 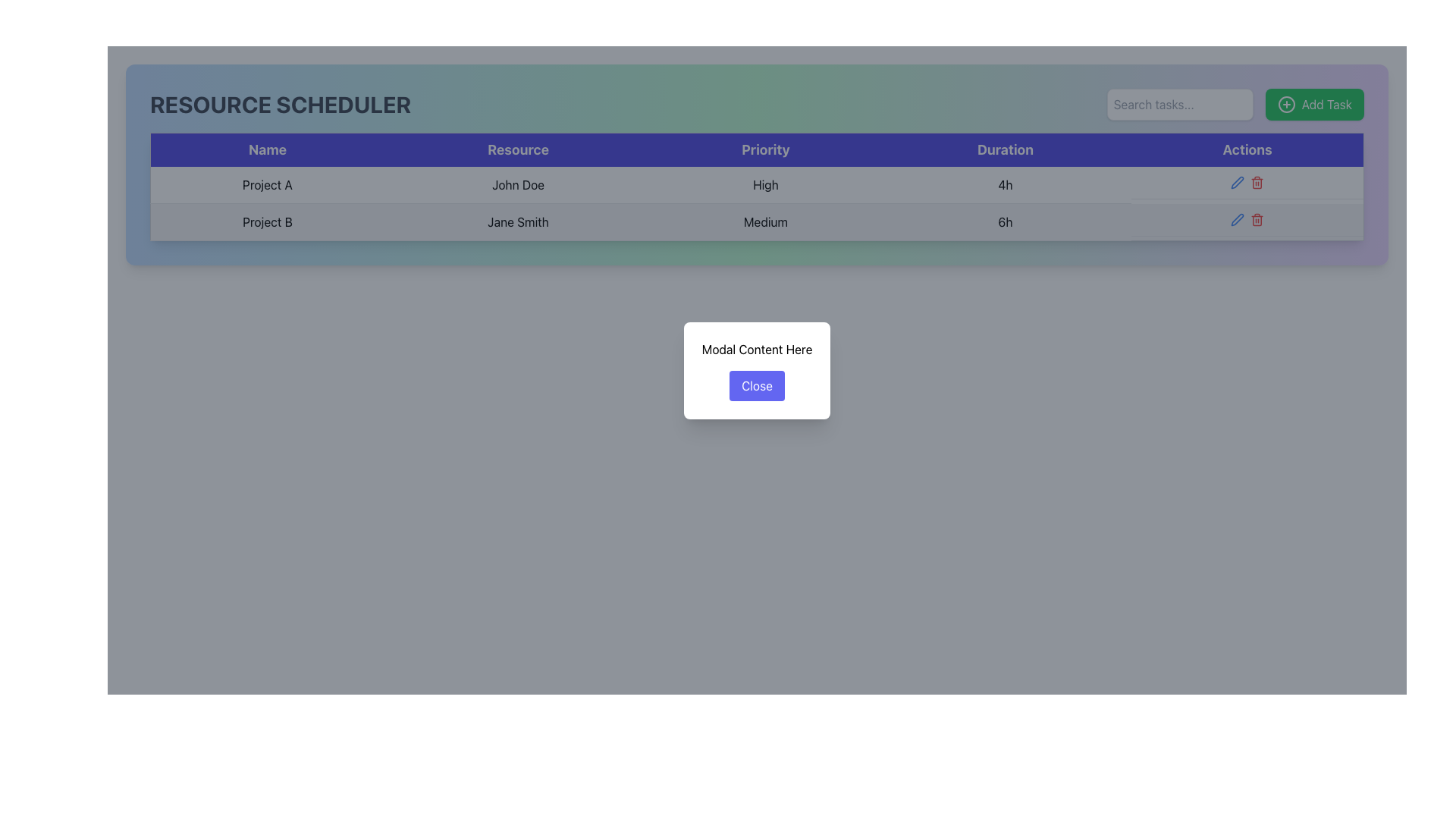 What do you see at coordinates (1313, 104) in the screenshot?
I see `the green 'Add Task' button with a white plus icon located at the top-right corner of the panel to trigger the tooltip or animation` at bounding box center [1313, 104].